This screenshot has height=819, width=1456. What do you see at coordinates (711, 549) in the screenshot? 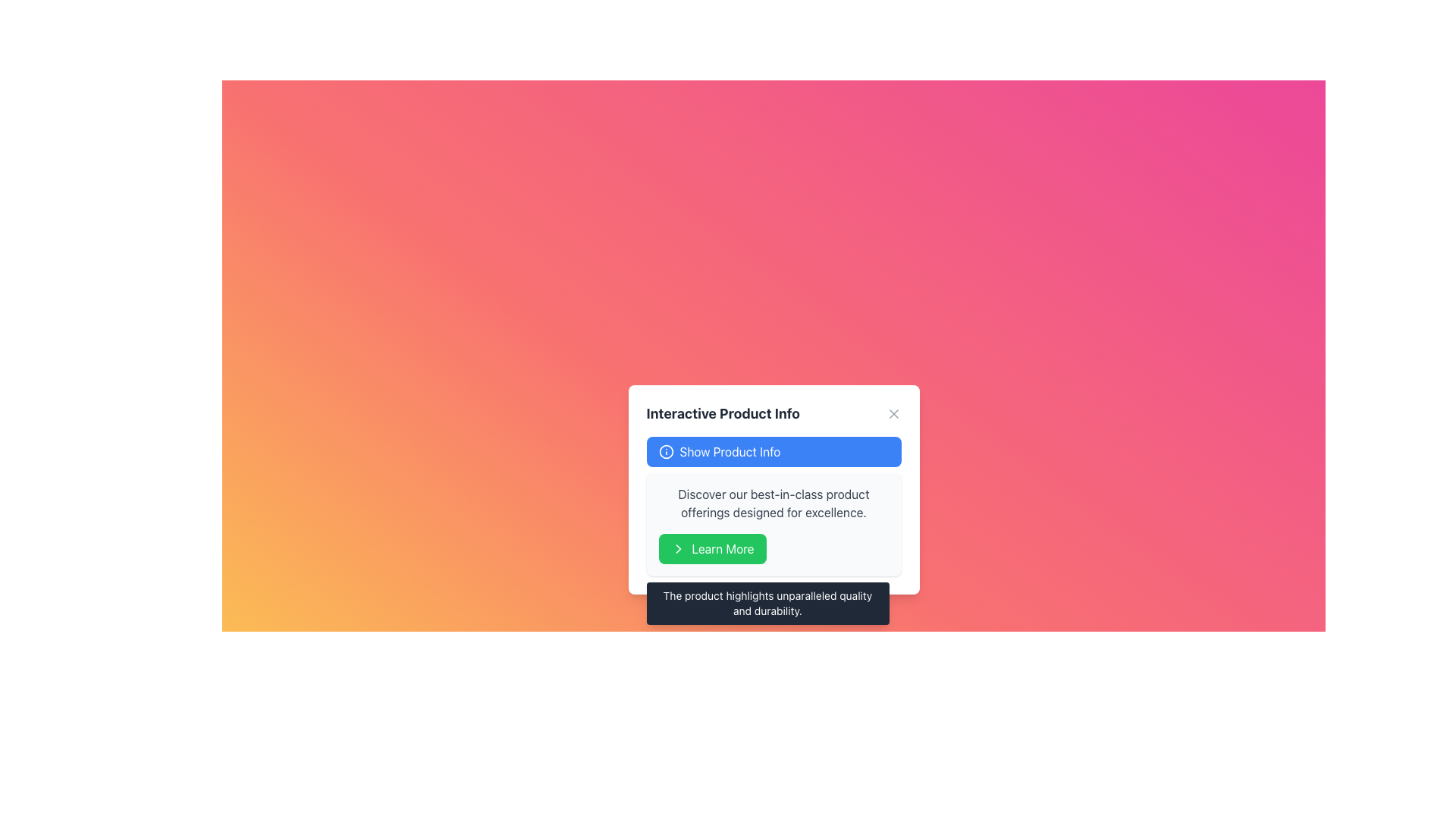
I see `the green 'Learn More' button with rounded corners located near the bottom of the white panel` at bounding box center [711, 549].